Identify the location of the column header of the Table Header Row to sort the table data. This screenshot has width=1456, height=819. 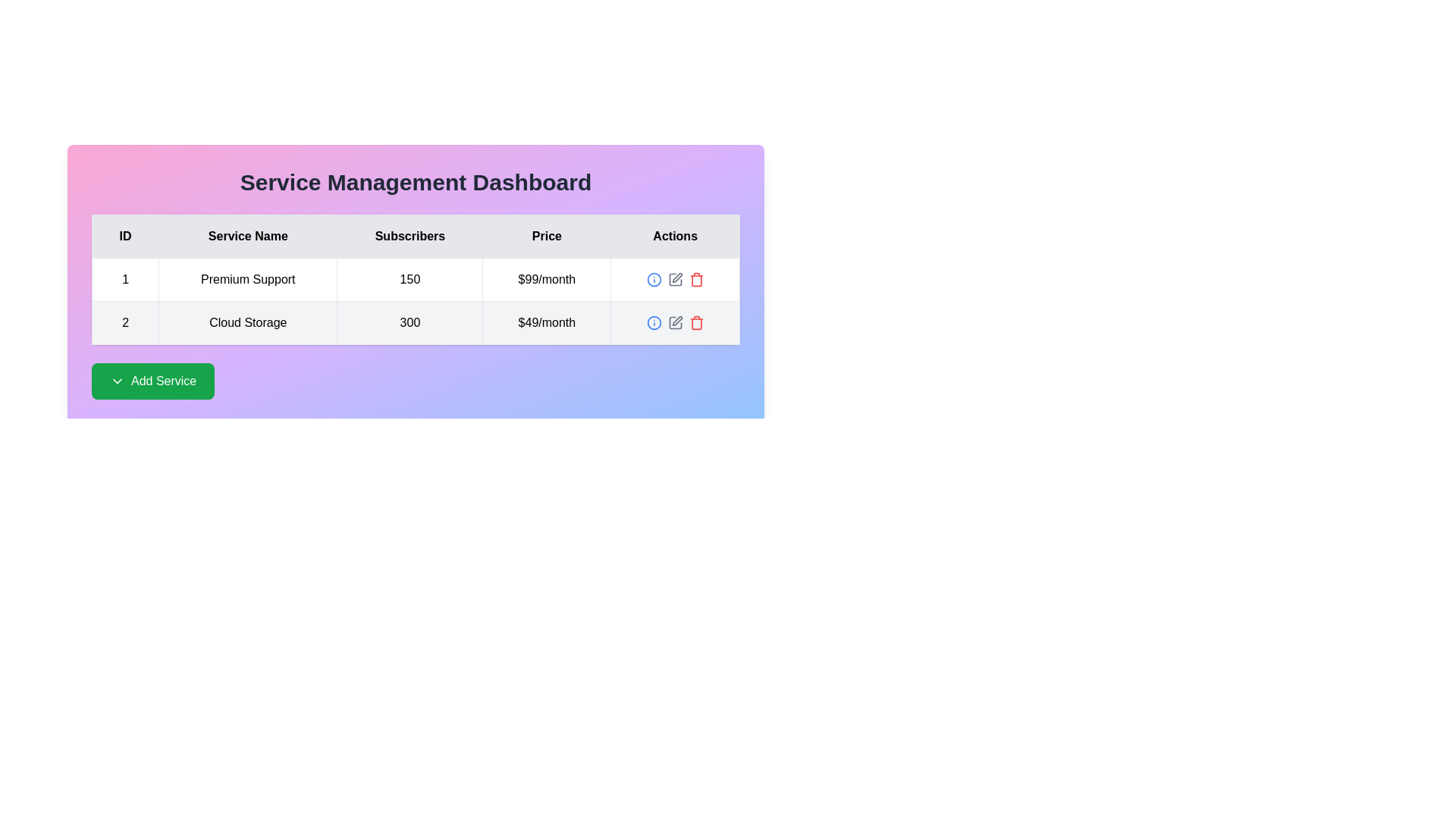
(416, 237).